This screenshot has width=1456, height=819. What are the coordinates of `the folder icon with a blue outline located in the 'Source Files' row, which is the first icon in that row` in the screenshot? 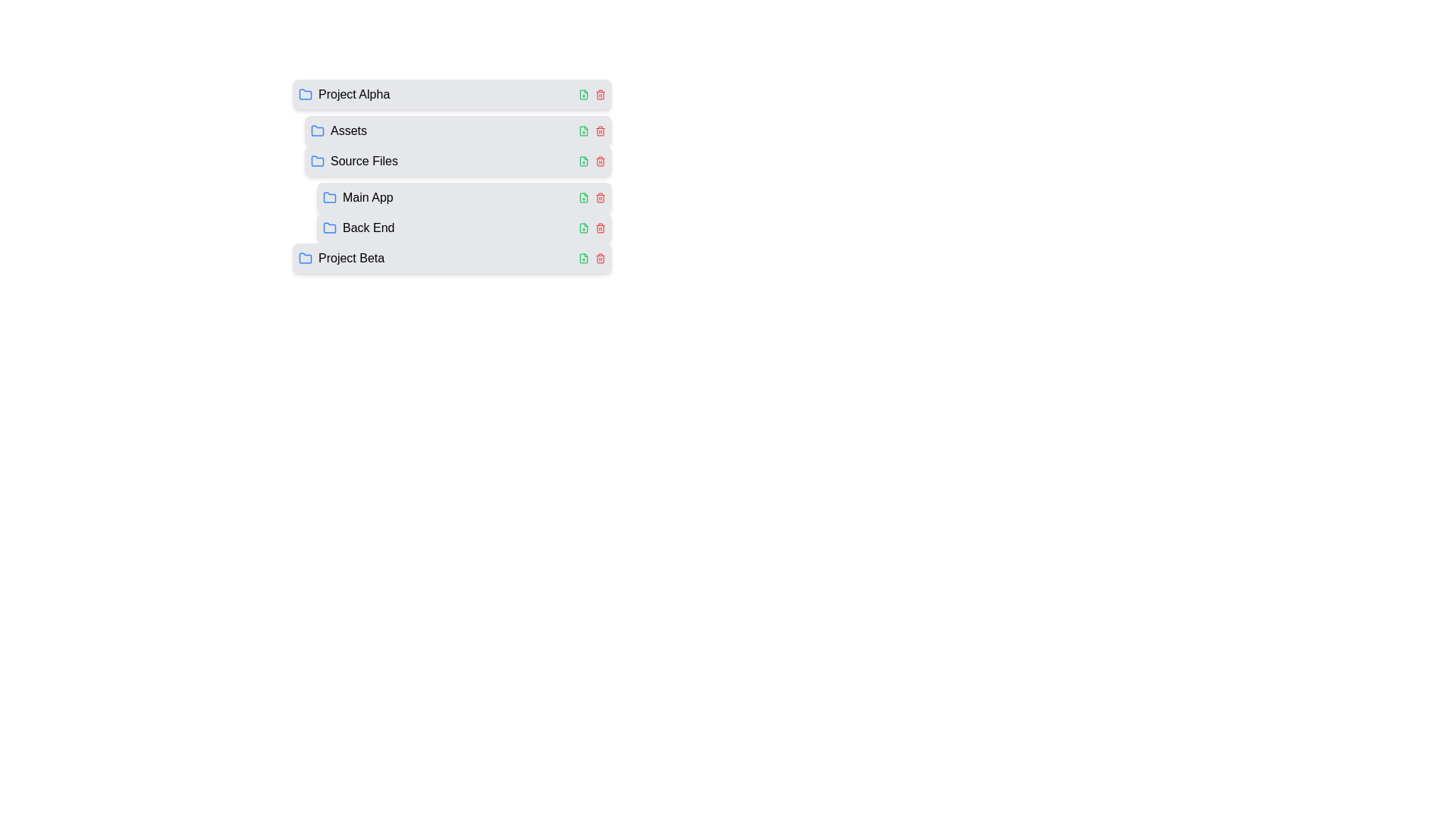 It's located at (316, 161).